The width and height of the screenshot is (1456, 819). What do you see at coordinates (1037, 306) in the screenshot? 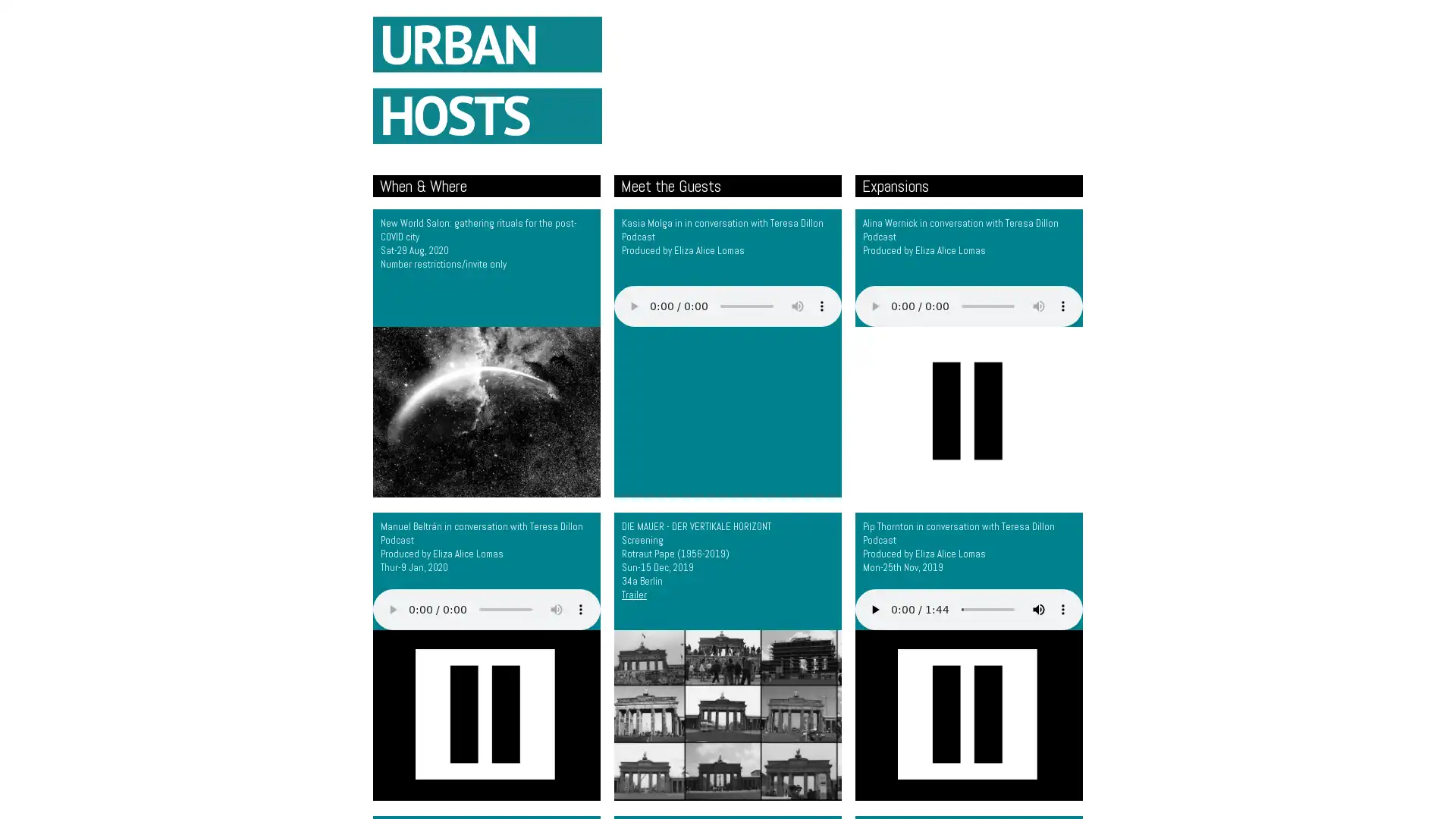
I see `mute` at bounding box center [1037, 306].